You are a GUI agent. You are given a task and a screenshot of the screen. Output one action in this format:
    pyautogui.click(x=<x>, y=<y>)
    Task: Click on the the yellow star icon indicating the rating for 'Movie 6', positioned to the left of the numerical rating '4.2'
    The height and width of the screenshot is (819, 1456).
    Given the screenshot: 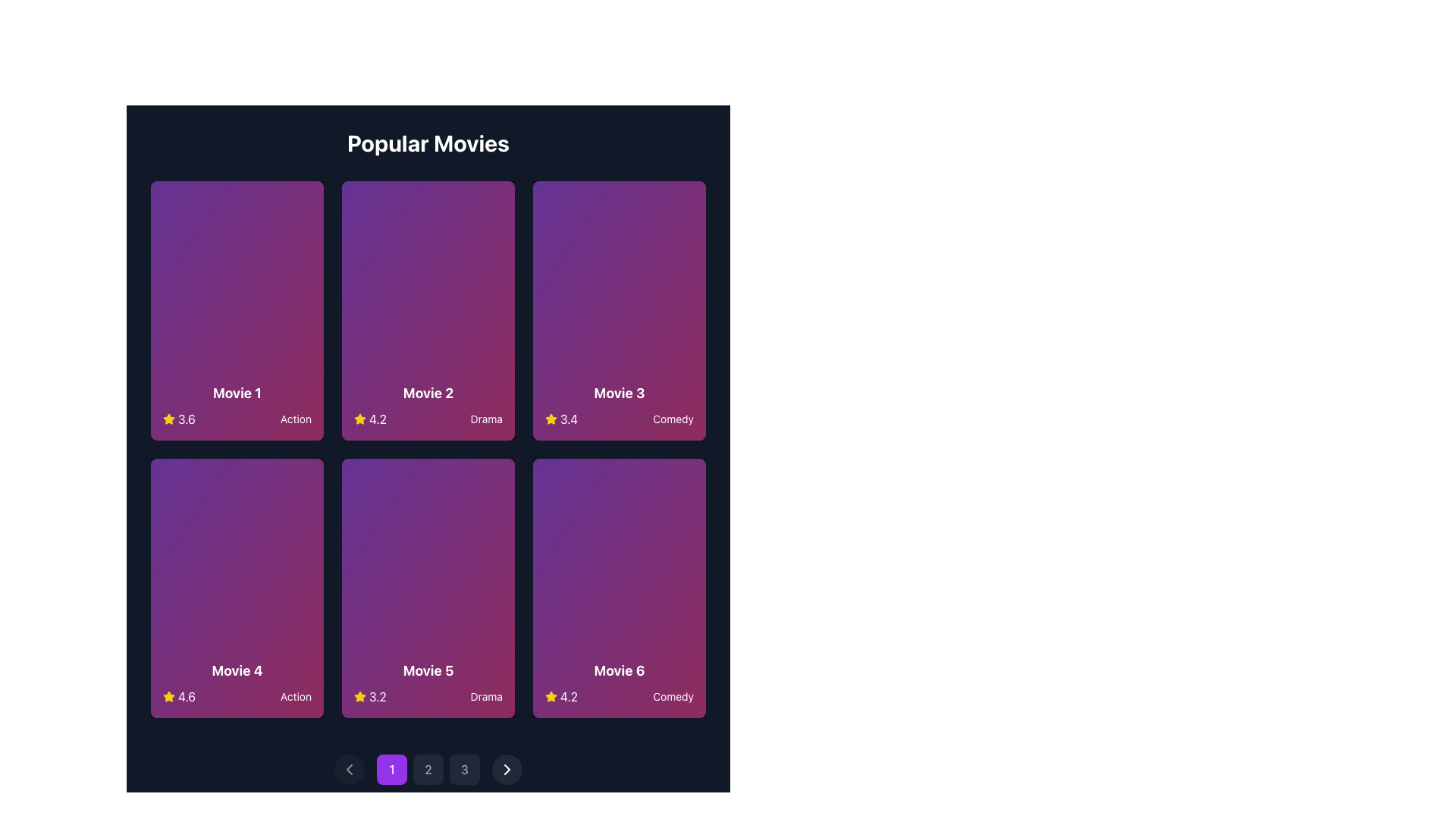 What is the action you would take?
    pyautogui.click(x=550, y=419)
    